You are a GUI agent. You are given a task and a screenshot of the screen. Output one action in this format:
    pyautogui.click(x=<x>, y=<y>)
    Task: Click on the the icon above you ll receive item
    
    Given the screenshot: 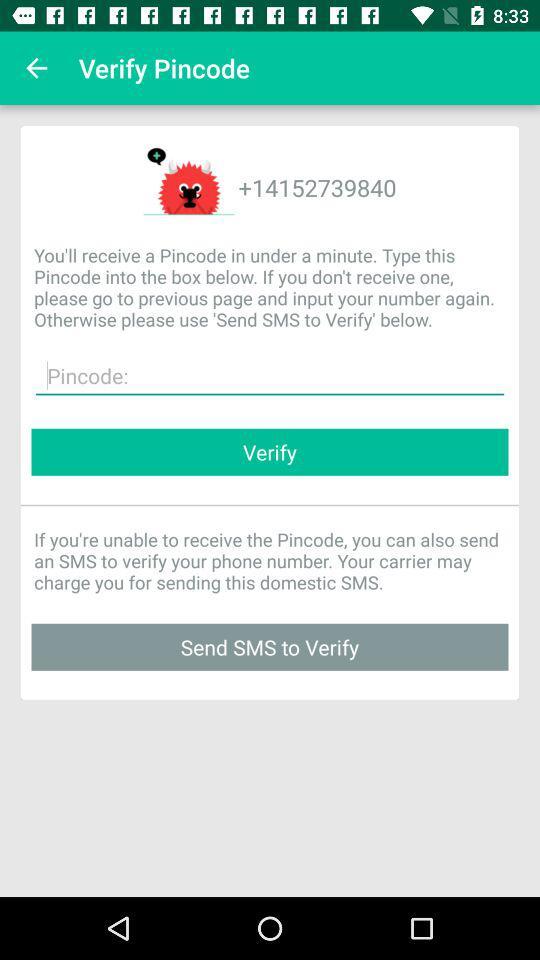 What is the action you would take?
    pyautogui.click(x=36, y=68)
    